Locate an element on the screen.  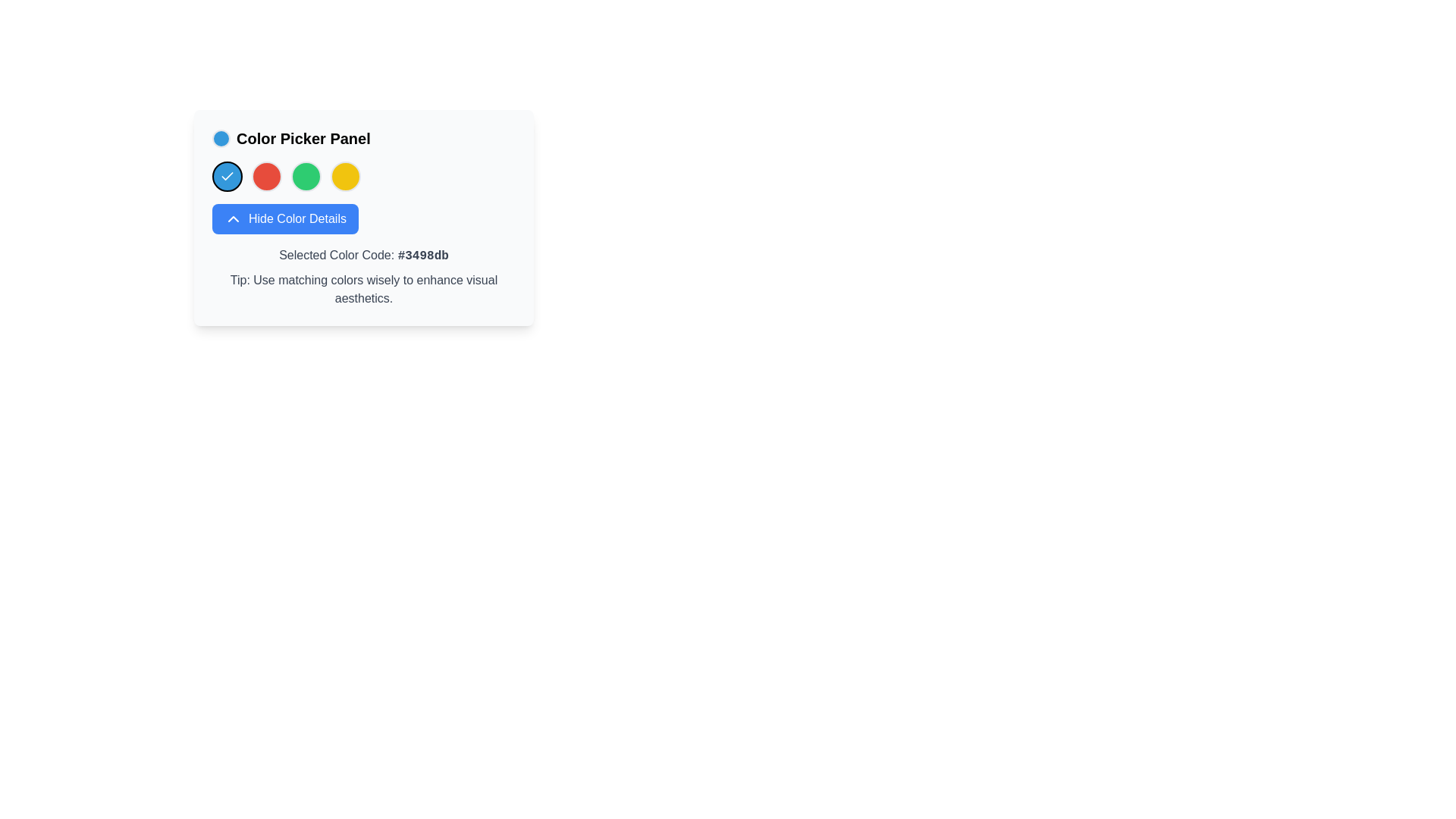
the first circular button in the color picker panel is located at coordinates (226, 175).